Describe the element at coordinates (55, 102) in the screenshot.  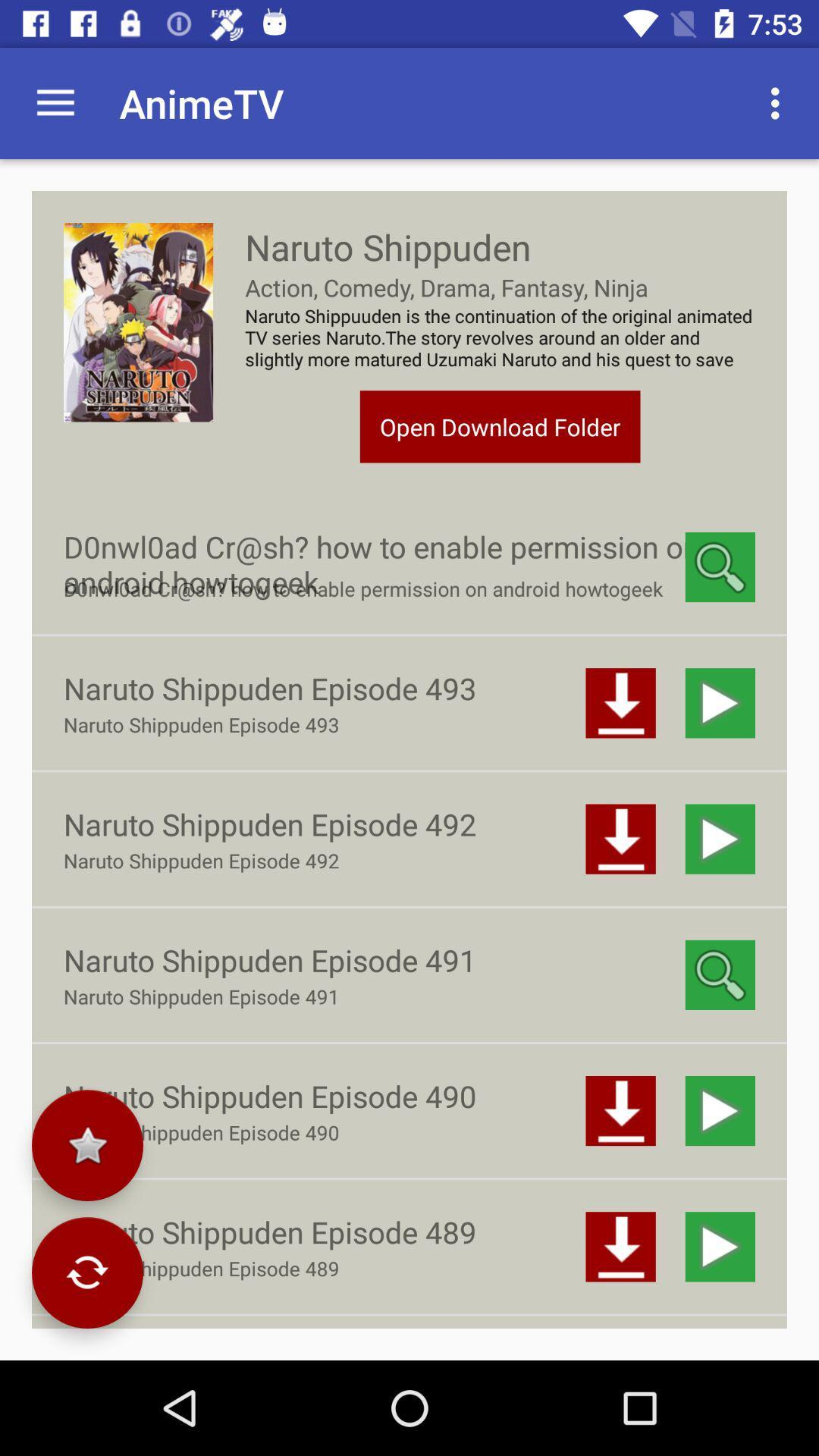
I see `icon next to the animetv icon` at that location.